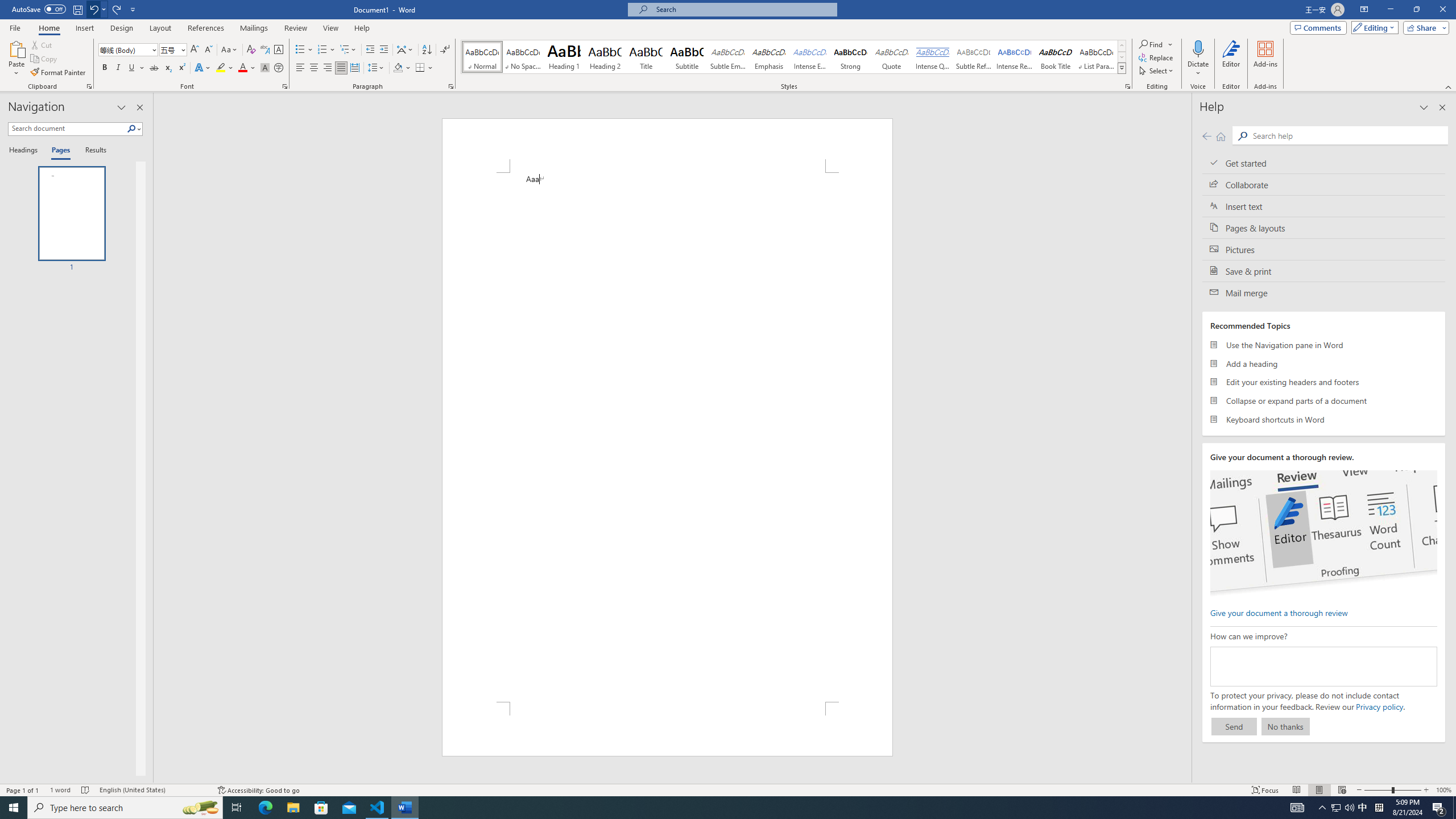  I want to click on 'Phonetic Guide...', so click(264, 49).